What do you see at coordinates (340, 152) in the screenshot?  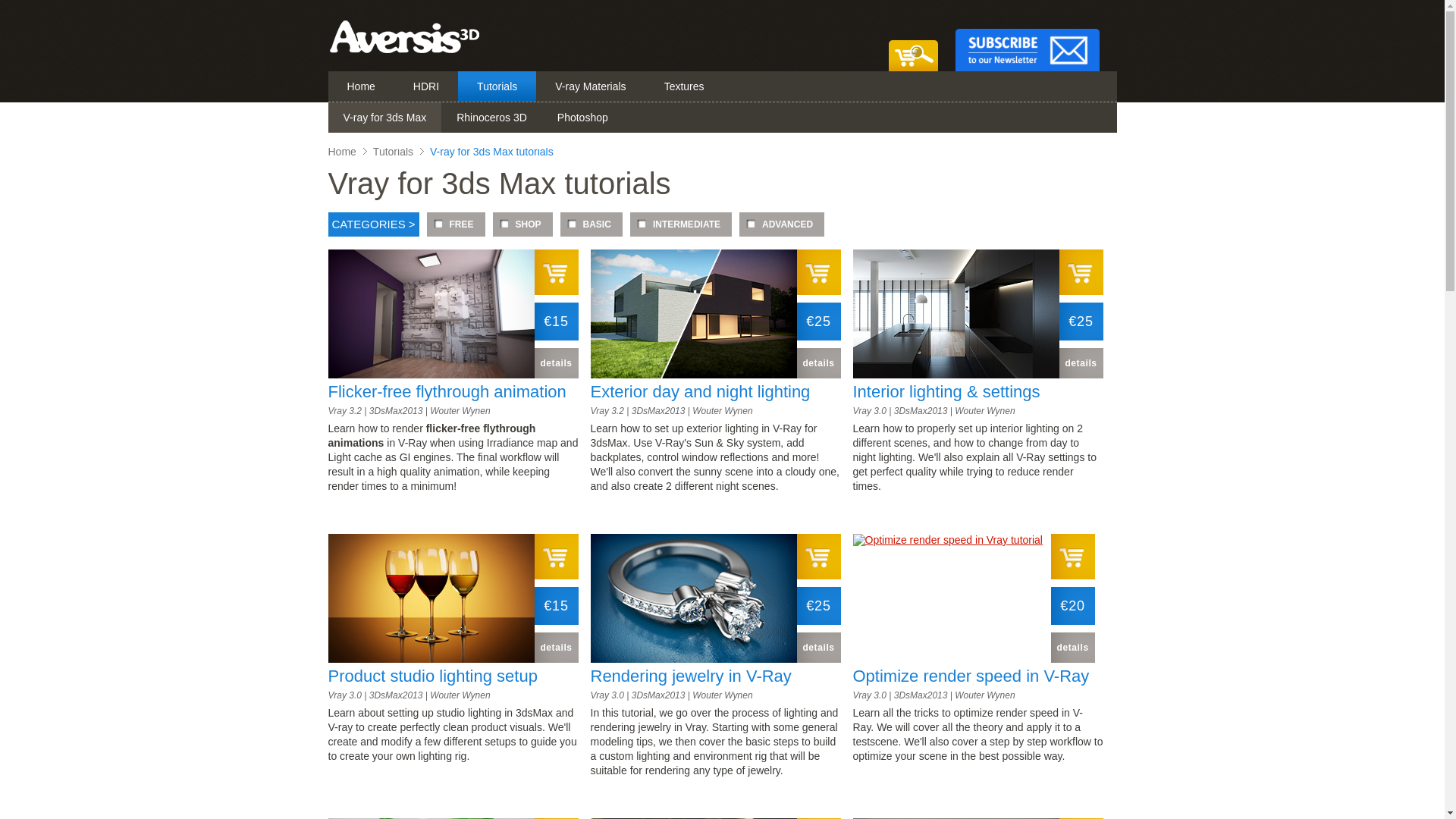 I see `'Home'` at bounding box center [340, 152].